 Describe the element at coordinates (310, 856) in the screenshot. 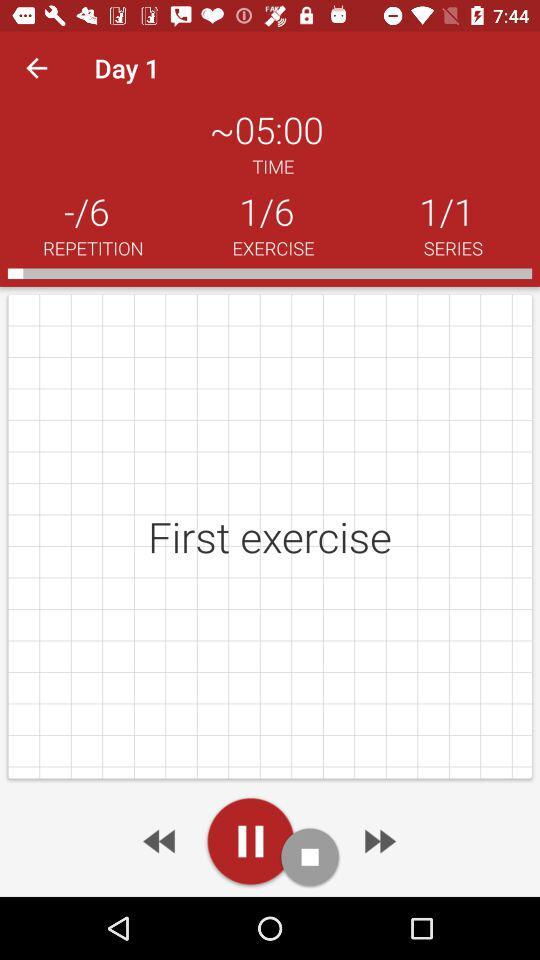

I see `stop audio` at that location.